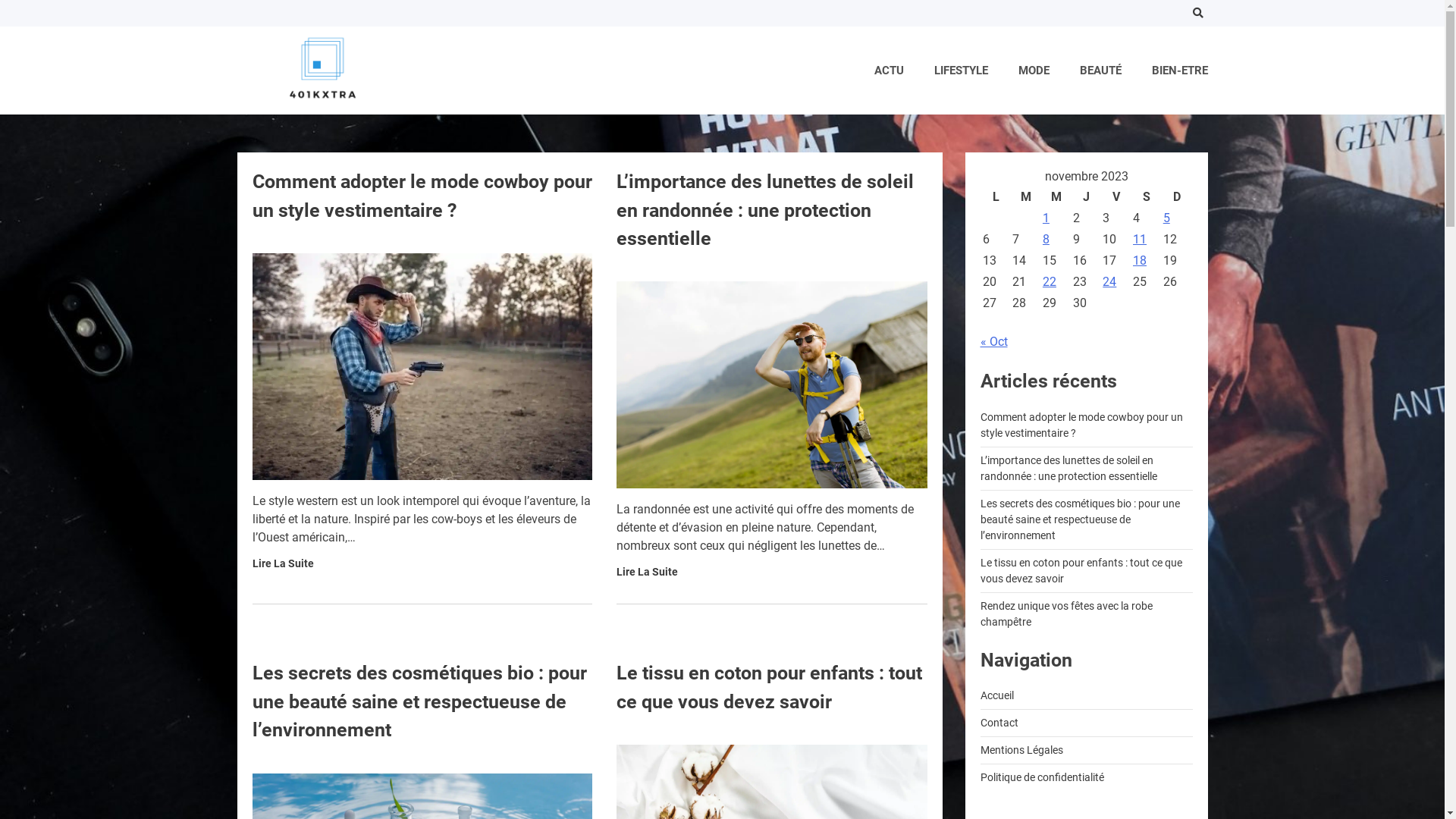  Describe the element at coordinates (1080, 425) in the screenshot. I see `'Comment adopter le mode cowboy pour un style vestimentaire ?'` at that location.